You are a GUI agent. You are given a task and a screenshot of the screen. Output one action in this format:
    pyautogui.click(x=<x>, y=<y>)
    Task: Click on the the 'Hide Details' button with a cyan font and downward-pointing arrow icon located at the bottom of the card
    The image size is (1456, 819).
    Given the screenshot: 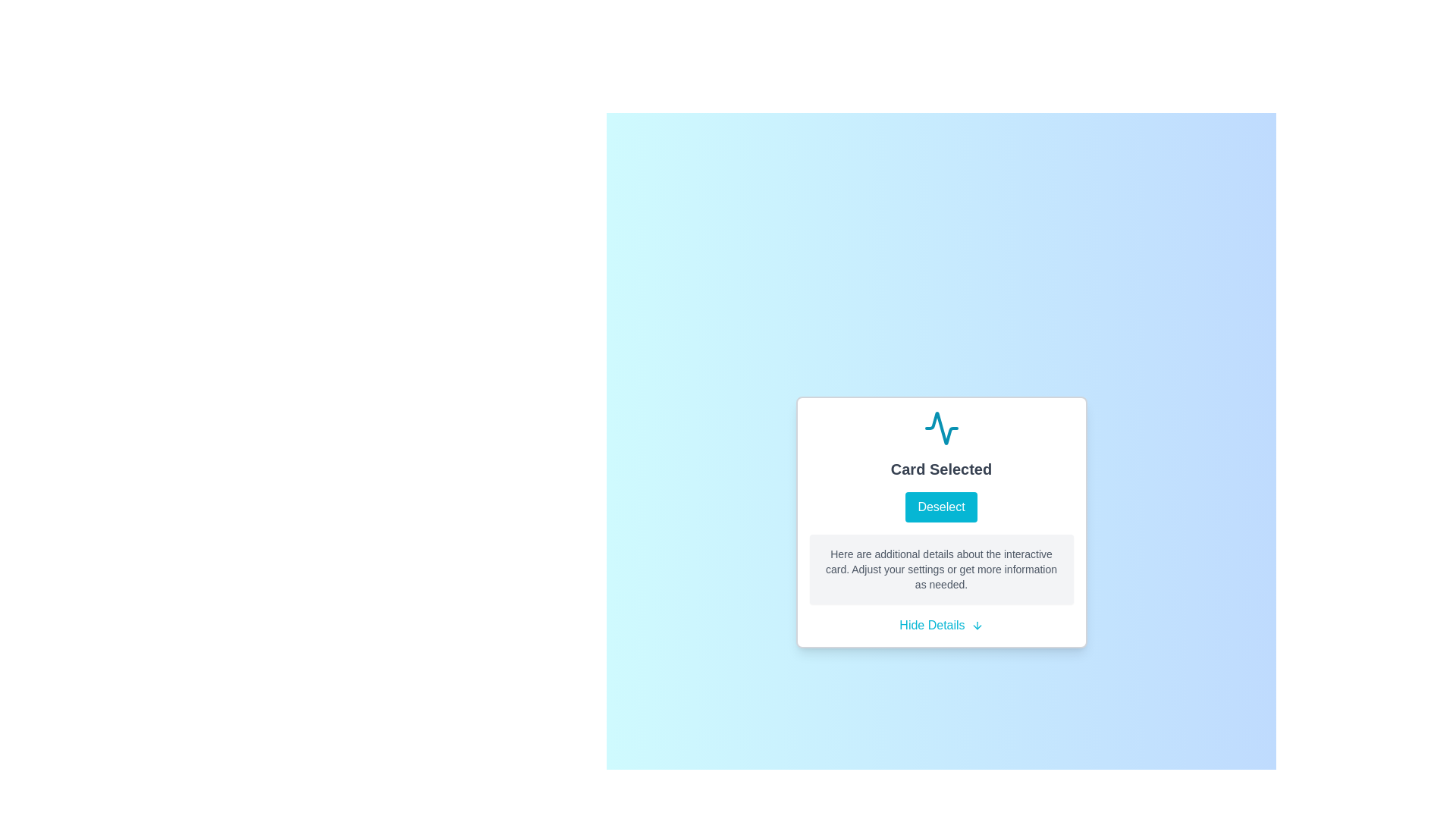 What is the action you would take?
    pyautogui.click(x=940, y=626)
    